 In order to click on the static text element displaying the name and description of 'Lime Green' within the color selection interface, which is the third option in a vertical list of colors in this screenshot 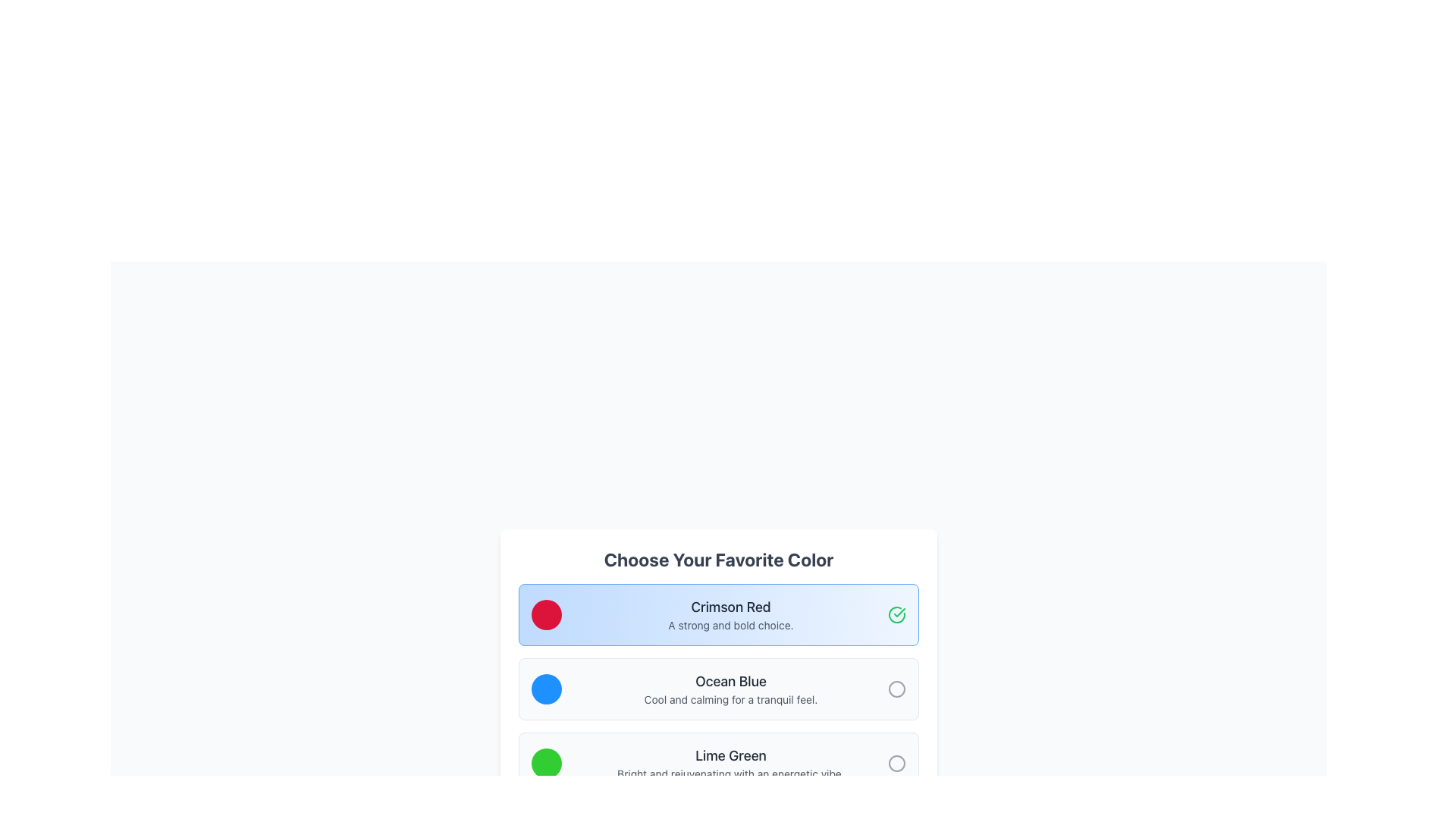, I will do `click(731, 763)`.